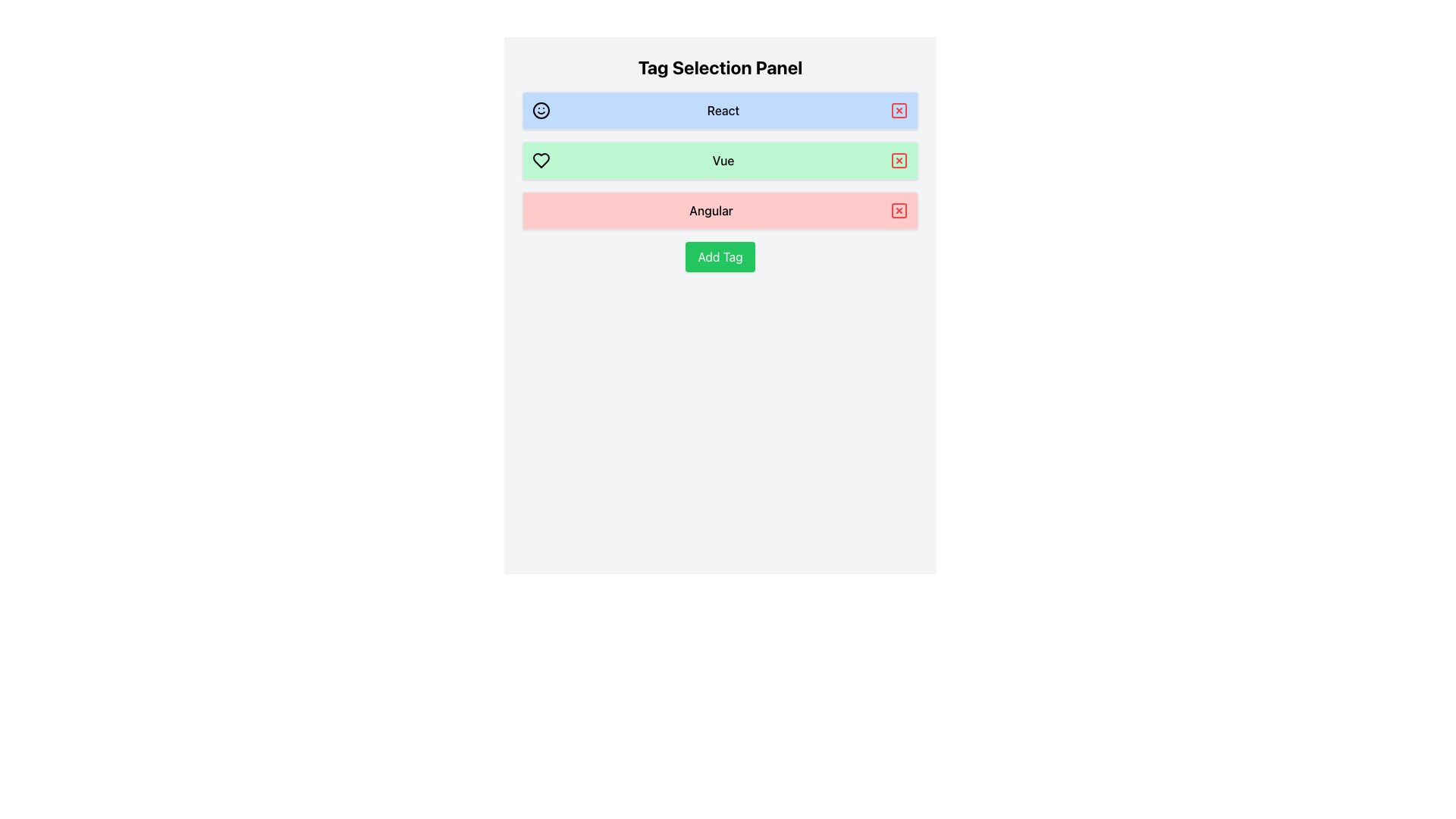  Describe the element at coordinates (899, 210) in the screenshot. I see `the deletion button located at the top-right of the 'Angular' block in the Tag Selection Panel` at that location.